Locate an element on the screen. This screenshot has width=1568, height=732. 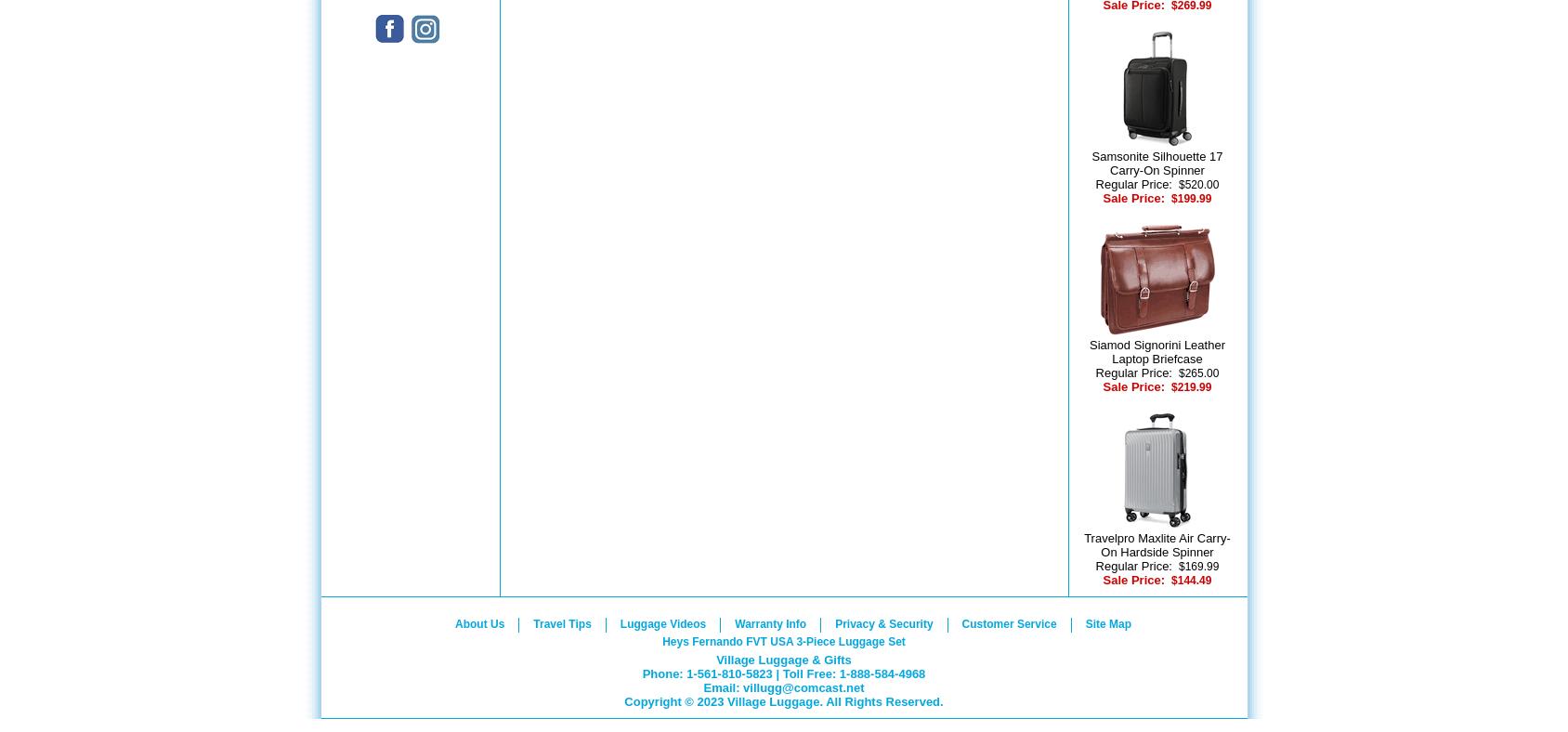
'$144.49' is located at coordinates (1190, 579).